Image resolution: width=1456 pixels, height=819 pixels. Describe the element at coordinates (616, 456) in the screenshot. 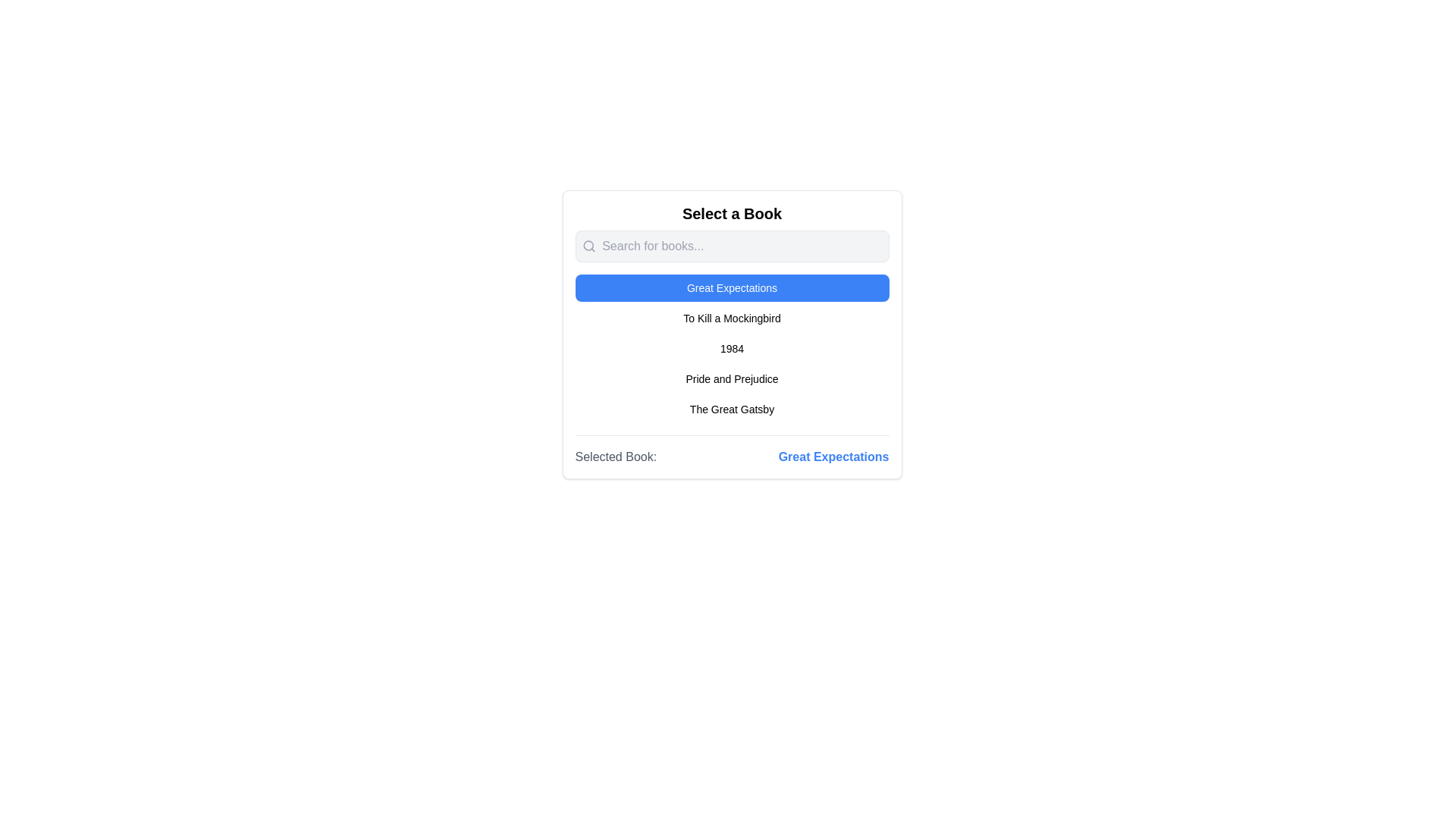

I see `the static text label that reads 'Selected Book:' styled with a gray font color, located in the lower portion of the book selection interface, aligned to the left of the 'Great Expectations' title` at that location.